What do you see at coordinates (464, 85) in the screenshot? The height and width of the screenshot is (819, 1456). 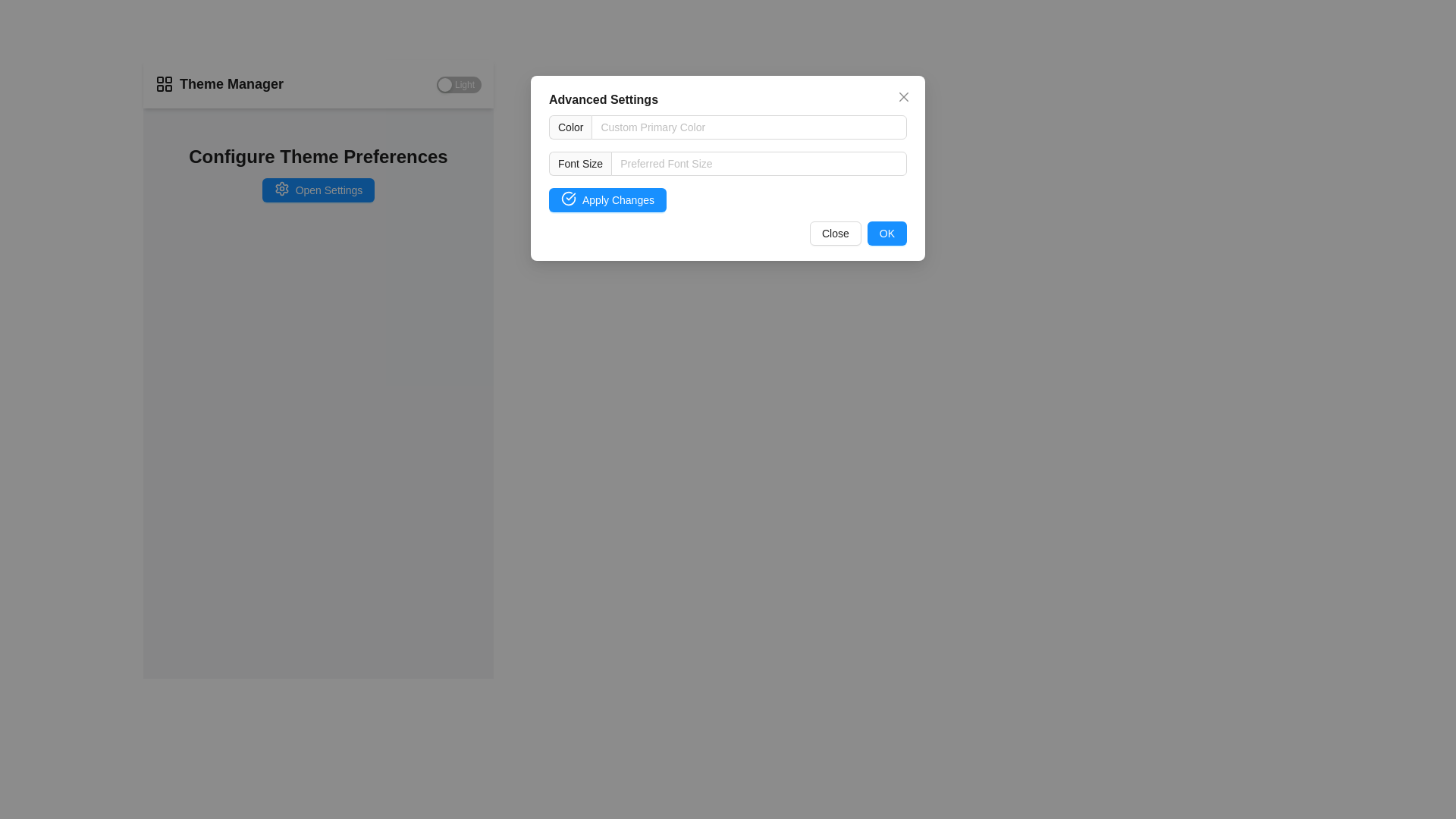 I see `the text label displaying 'Light', which indicates the inactive state of the toggle switch in the Theme Manager header section` at bounding box center [464, 85].